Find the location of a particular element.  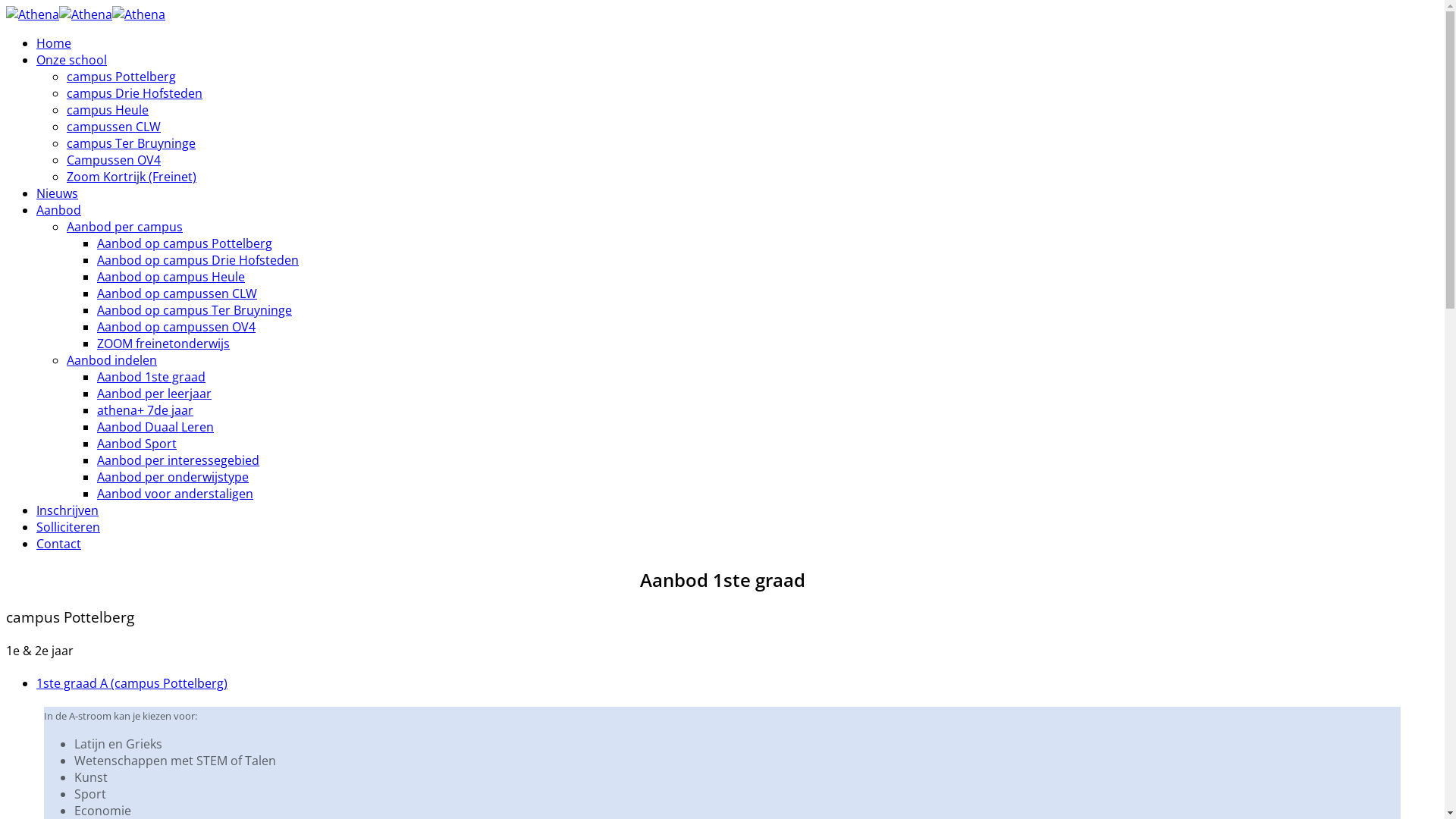

'Zoom Kortrijk (Freinet)' is located at coordinates (131, 175).